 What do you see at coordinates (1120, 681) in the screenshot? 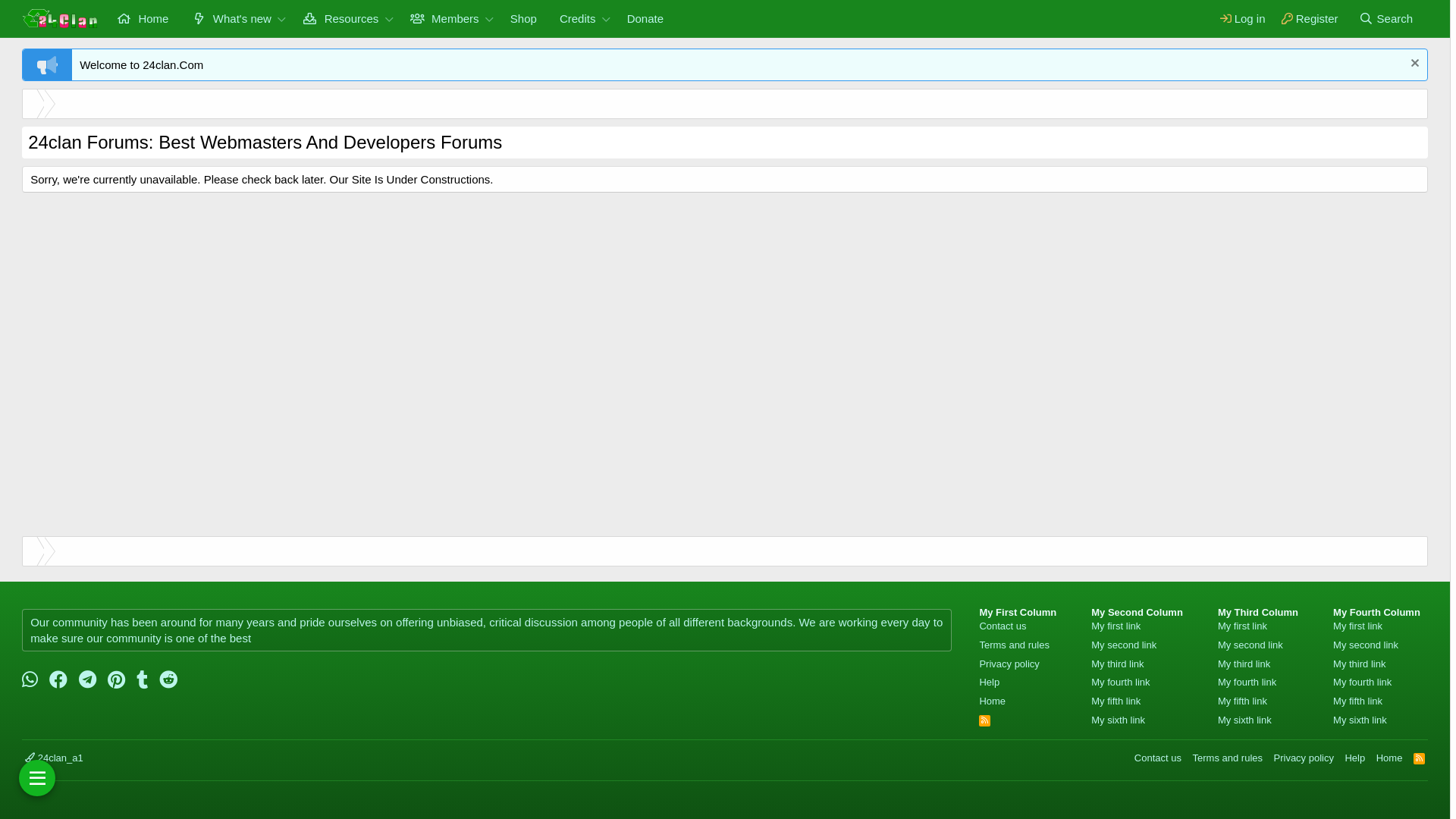
I see `'My fourth link'` at bounding box center [1120, 681].